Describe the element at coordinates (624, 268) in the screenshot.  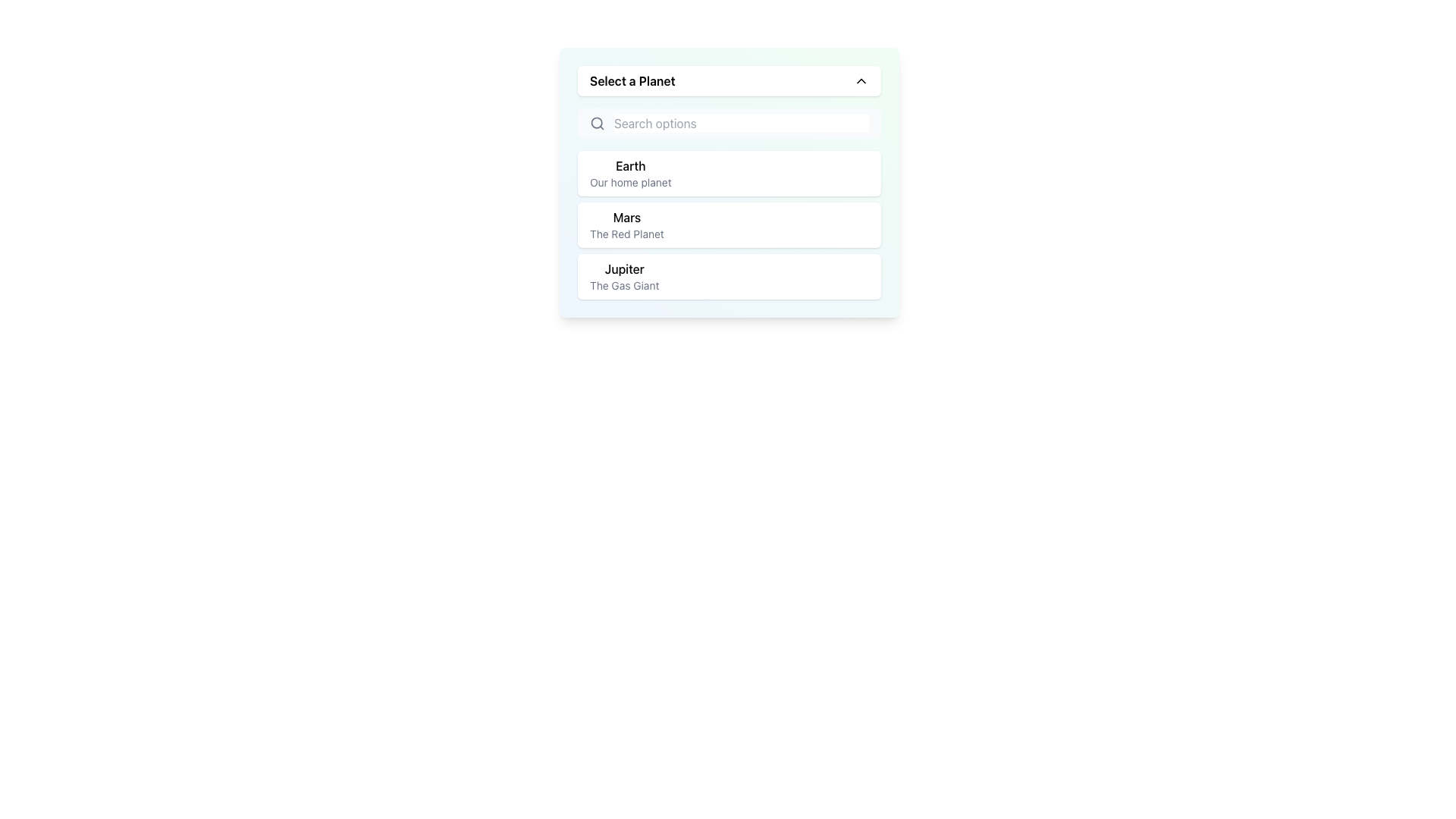
I see `the text label representing 'Jupiter' in the selectable list of planets` at that location.